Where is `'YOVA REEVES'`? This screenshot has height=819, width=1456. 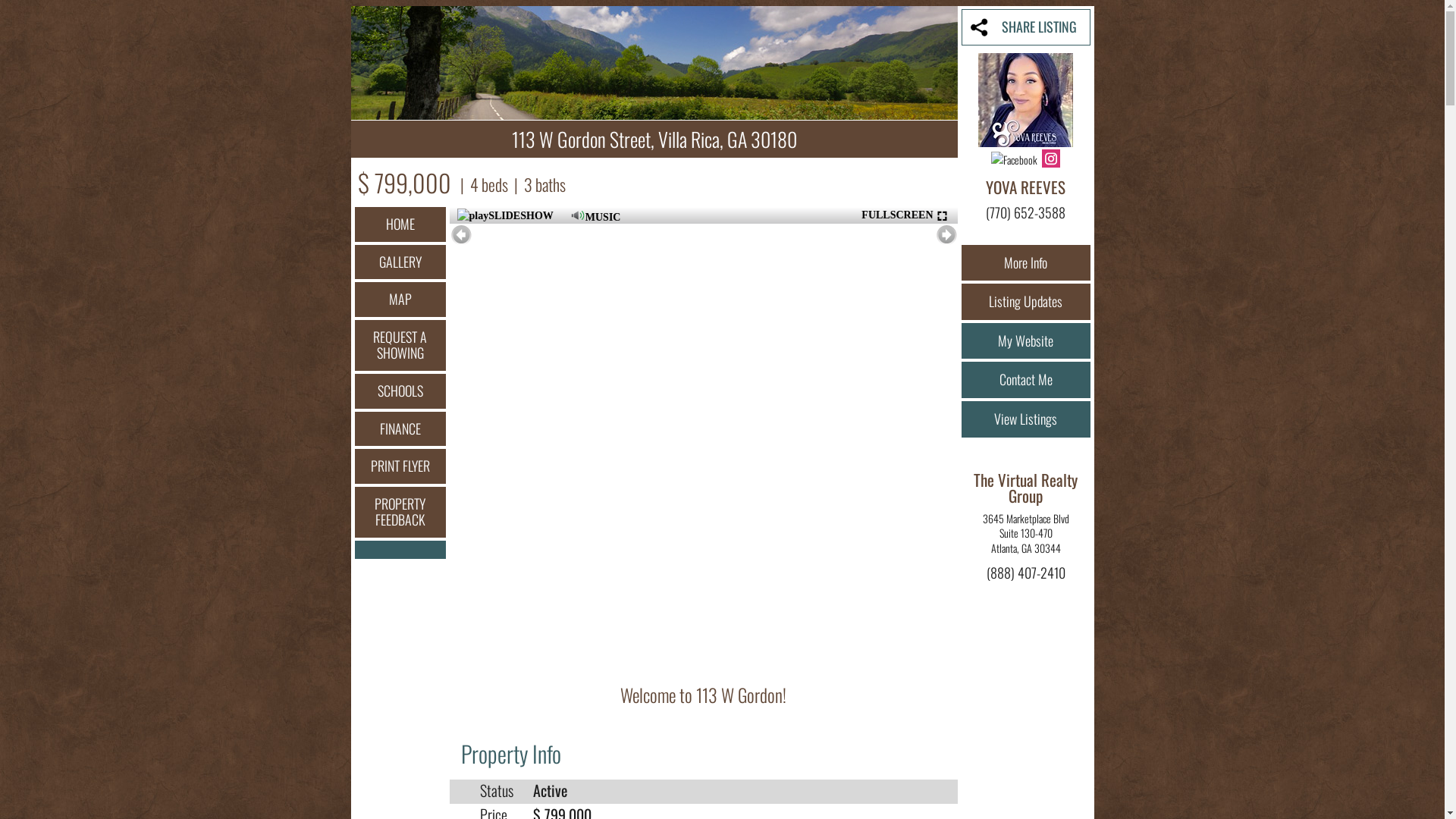 'YOVA REEVES' is located at coordinates (986, 186).